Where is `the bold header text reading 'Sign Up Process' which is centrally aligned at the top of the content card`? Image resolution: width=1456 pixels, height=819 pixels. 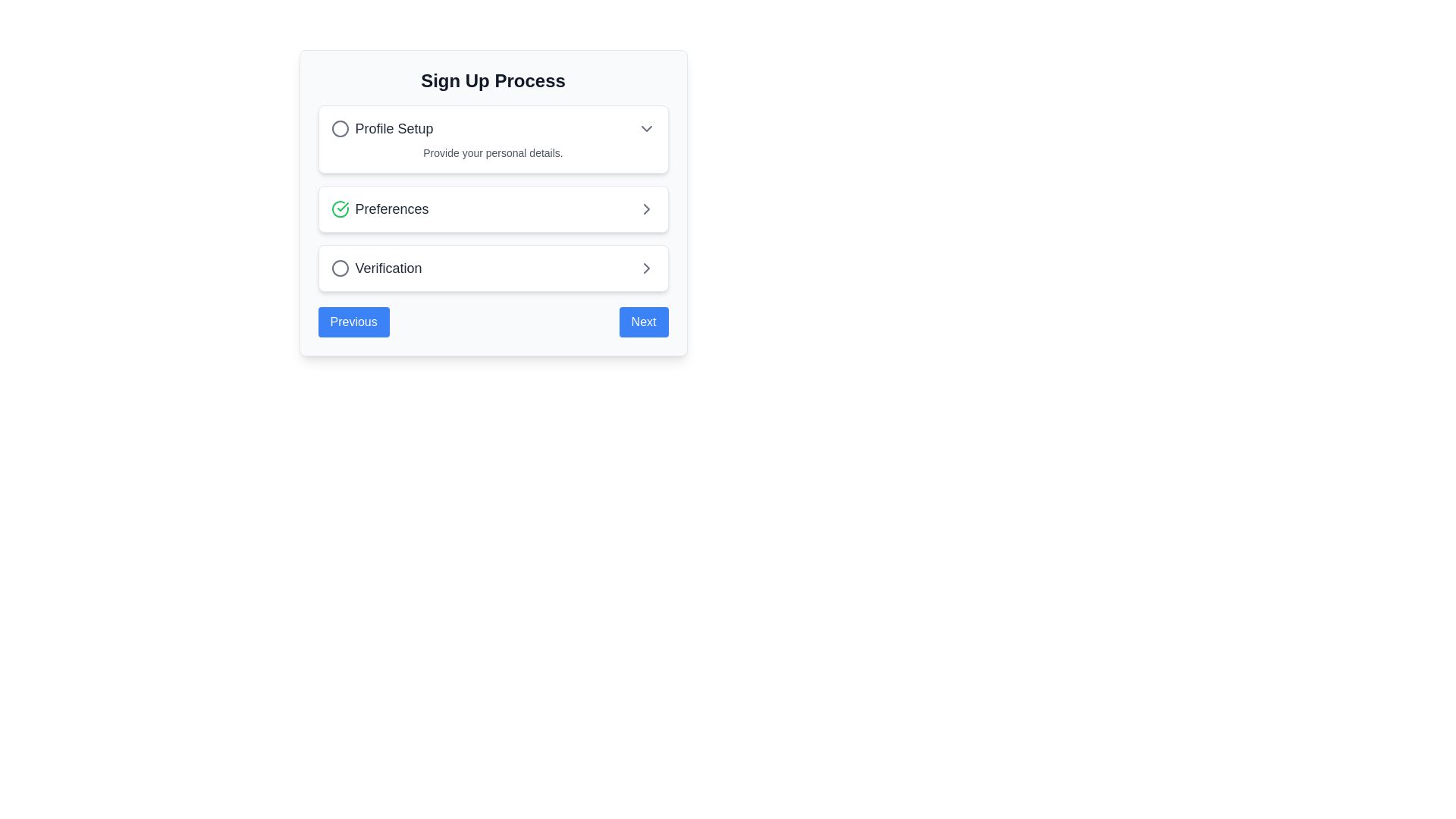
the bold header text reading 'Sign Up Process' which is centrally aligned at the top of the content card is located at coordinates (493, 81).